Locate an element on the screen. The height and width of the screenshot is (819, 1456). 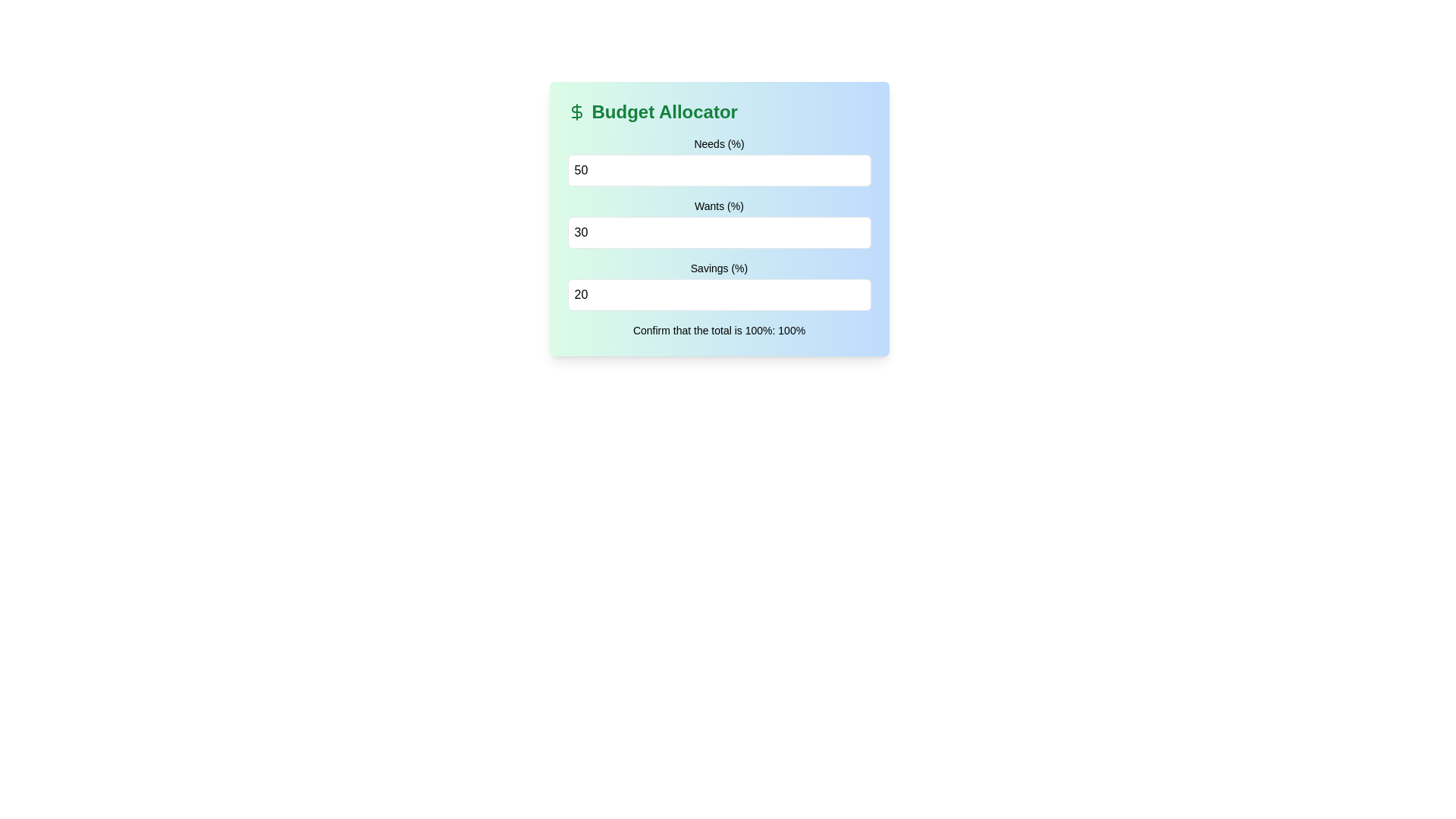
the Numeric Input Field for 'Wants (%)' is located at coordinates (718, 223).